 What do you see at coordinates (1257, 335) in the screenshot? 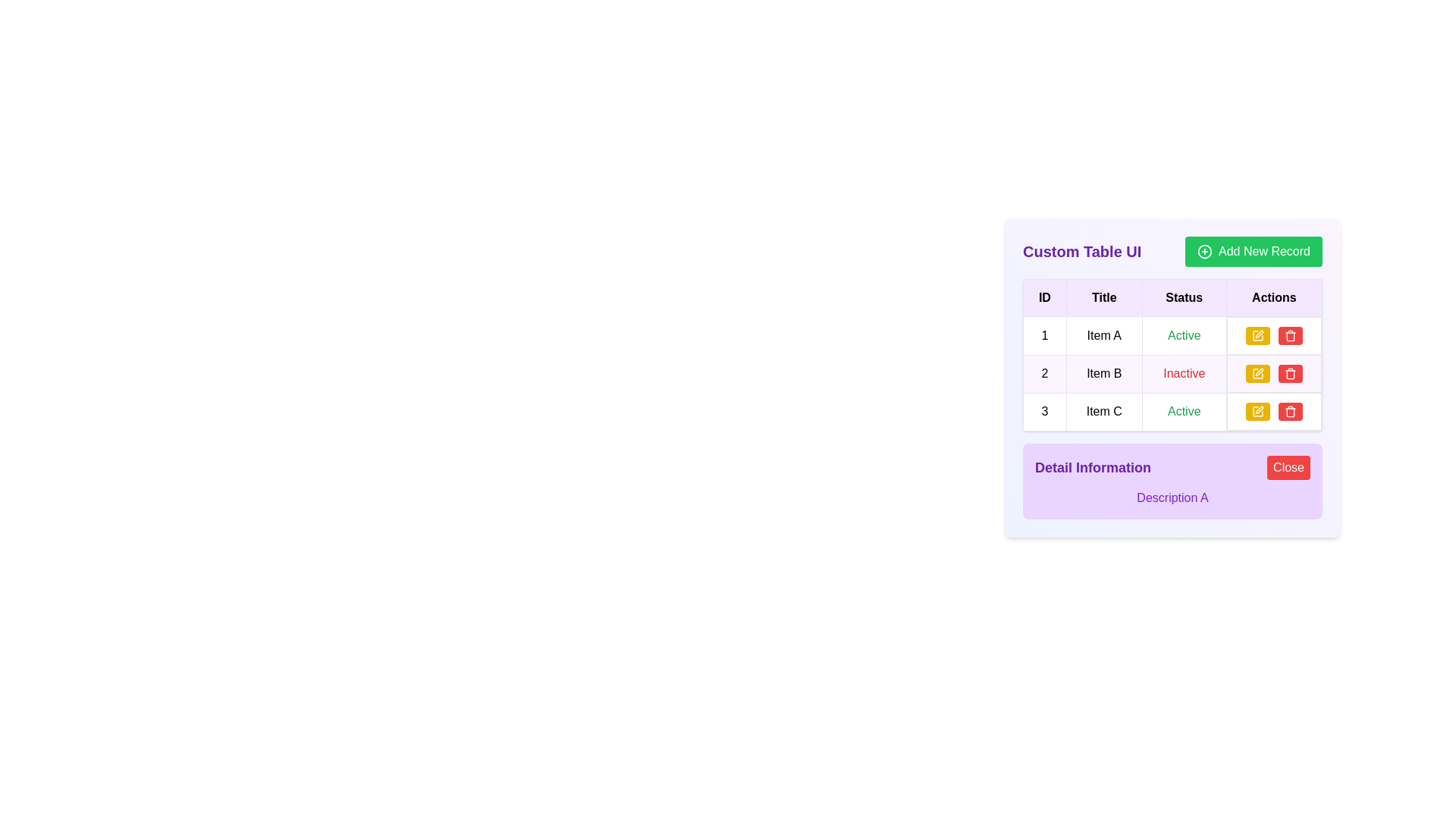
I see `the yellow rectangular button with a pen icon located in the 'Actions' column of the first row in the 'Custom Table UI'` at bounding box center [1257, 335].